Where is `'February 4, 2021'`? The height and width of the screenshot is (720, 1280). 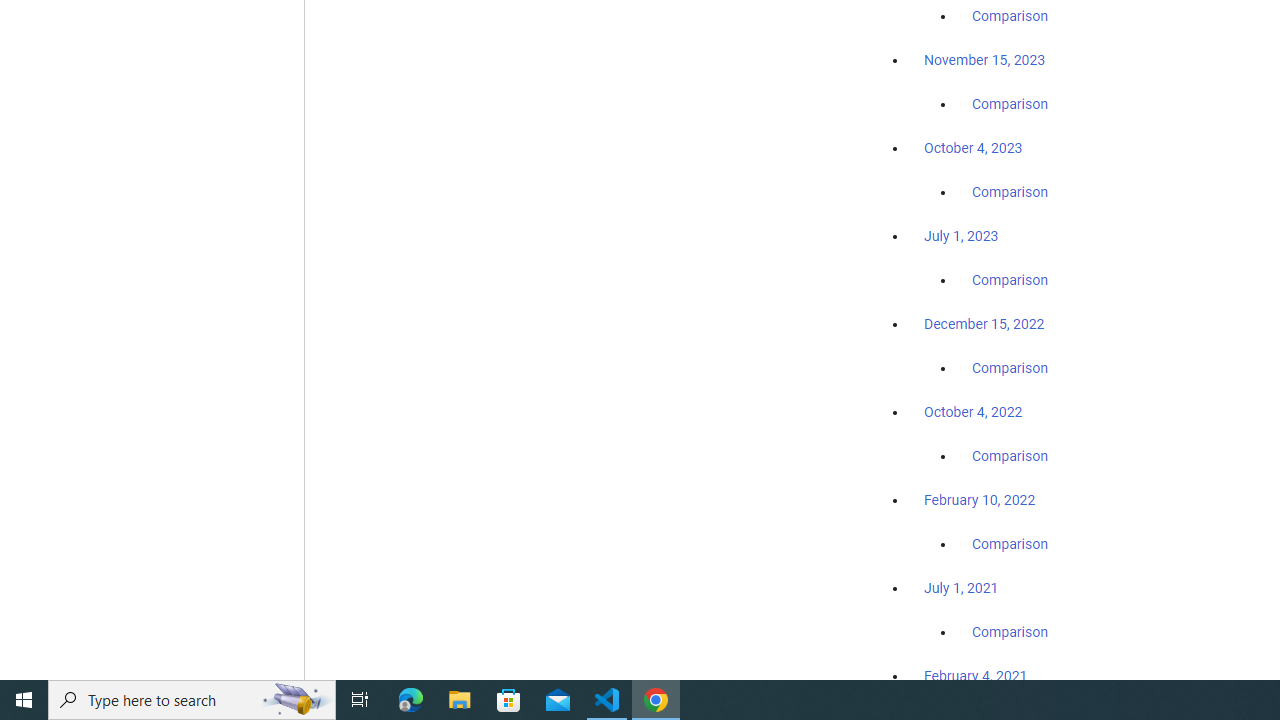
'February 4, 2021' is located at coordinates (976, 675).